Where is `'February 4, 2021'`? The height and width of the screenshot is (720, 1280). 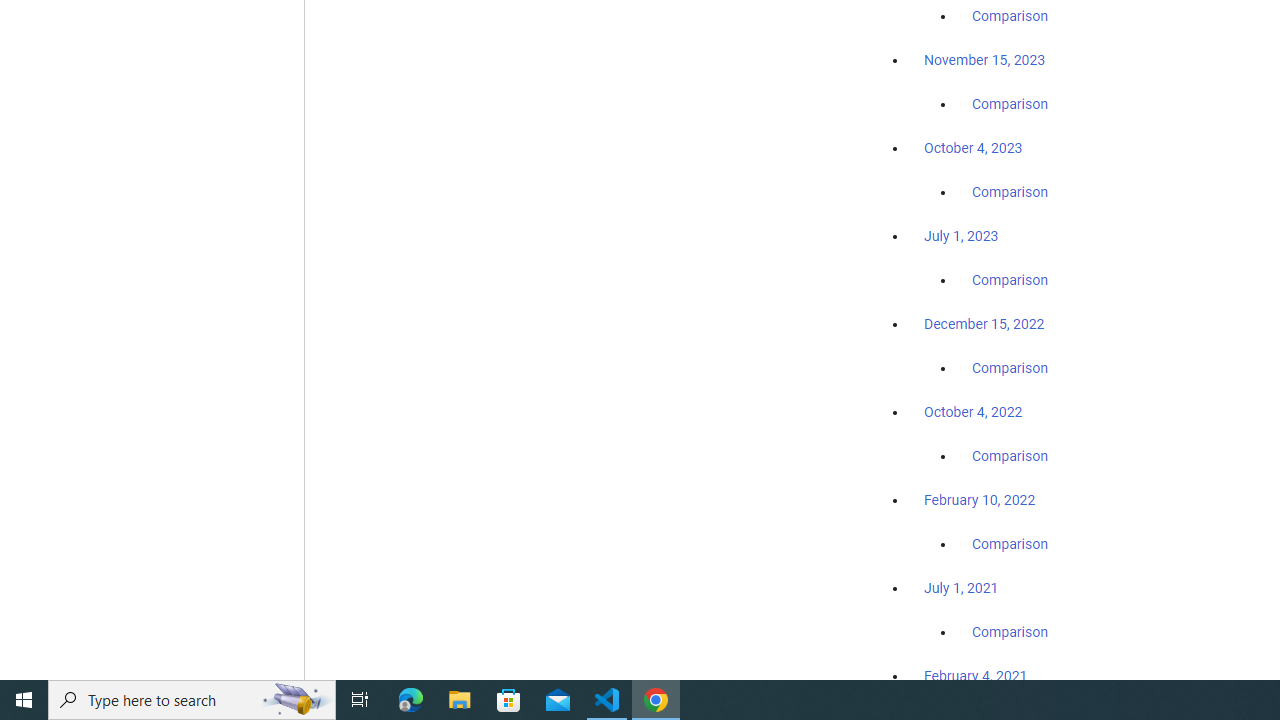
'February 4, 2021' is located at coordinates (976, 675).